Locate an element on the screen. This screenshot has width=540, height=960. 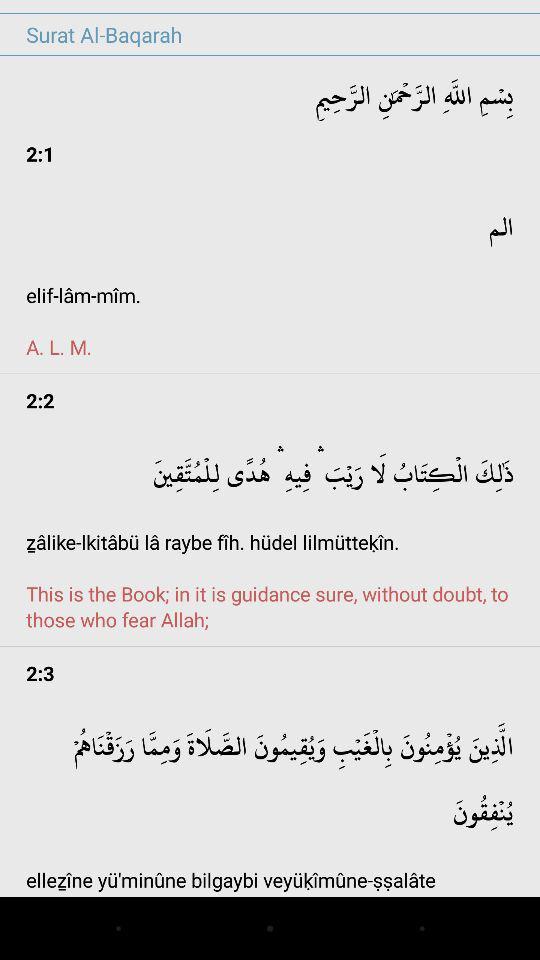
app below 2:3 icon is located at coordinates (270, 798).